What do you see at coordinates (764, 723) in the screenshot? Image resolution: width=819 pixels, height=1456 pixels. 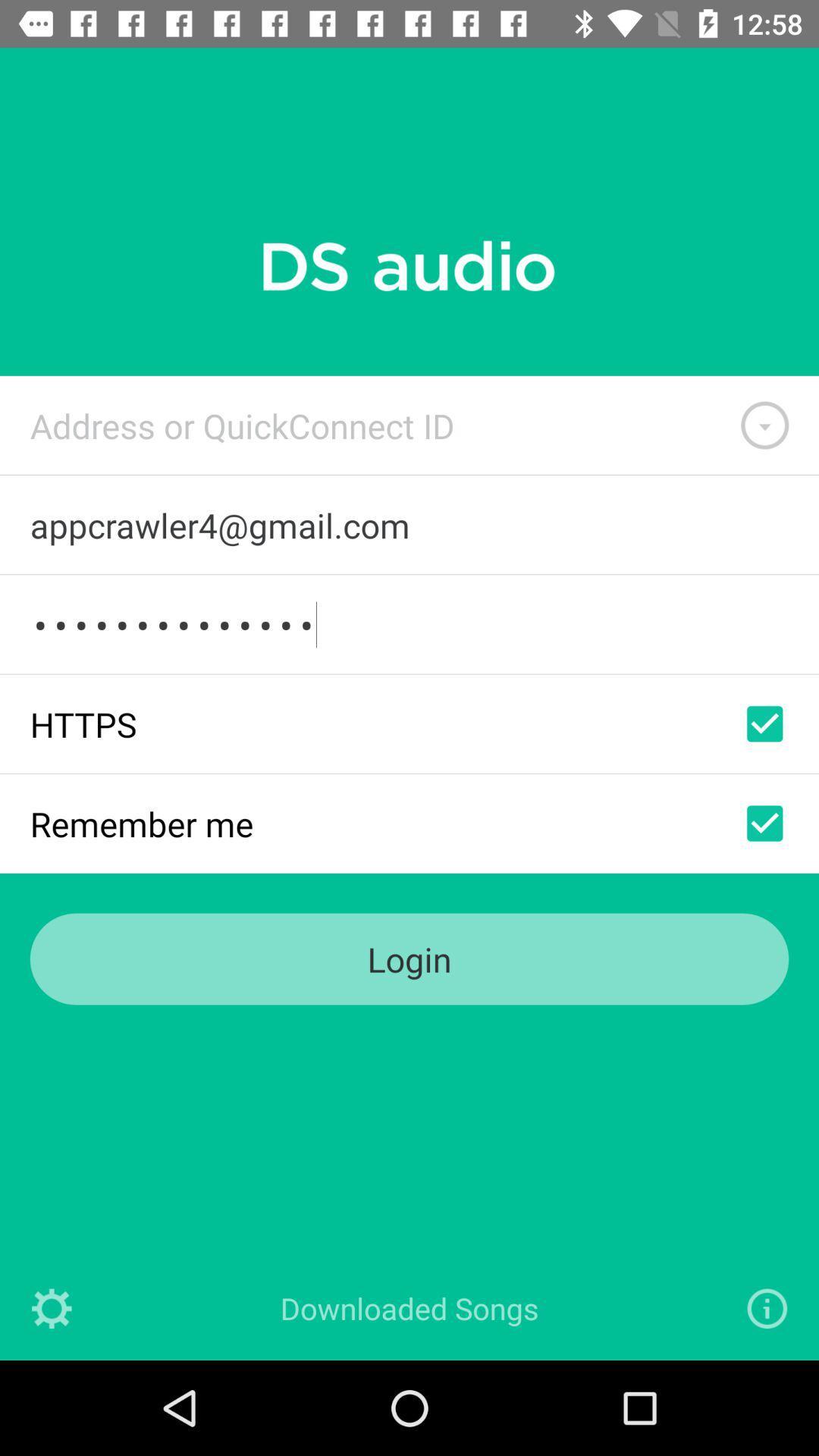 I see `this choice` at bounding box center [764, 723].